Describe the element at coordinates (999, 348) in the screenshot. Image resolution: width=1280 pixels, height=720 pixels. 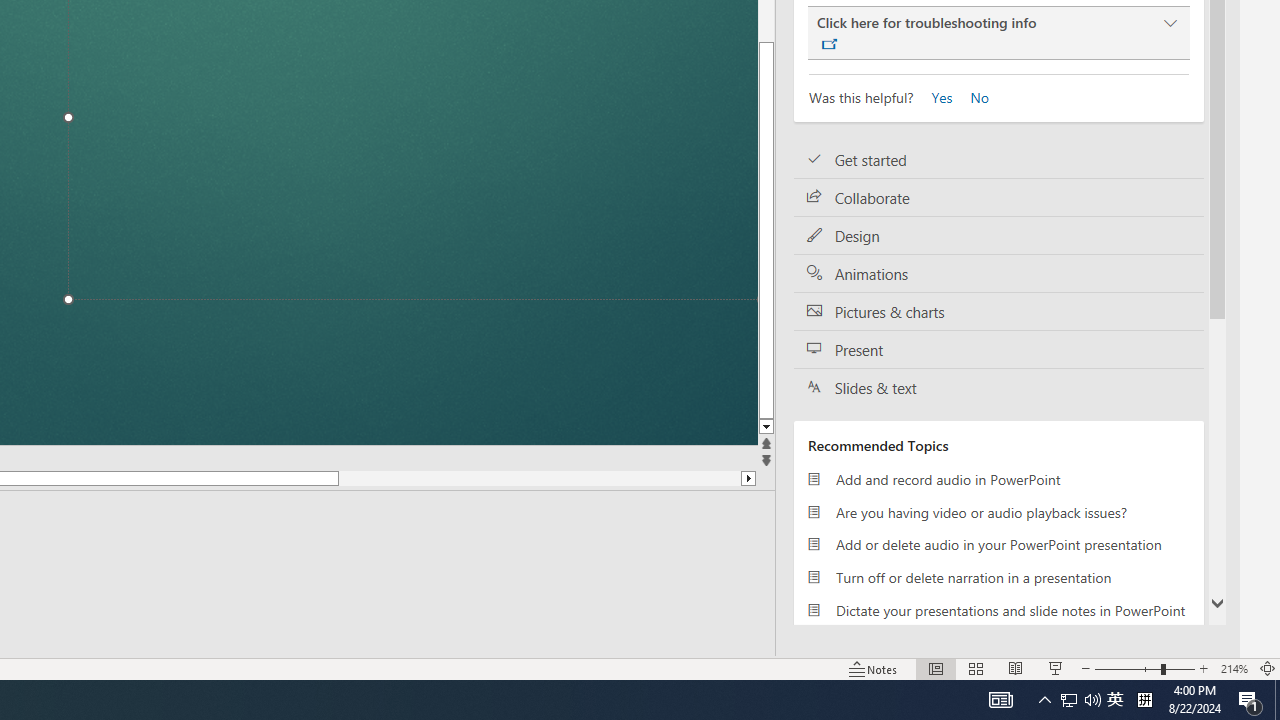
I see `'Present'` at that location.